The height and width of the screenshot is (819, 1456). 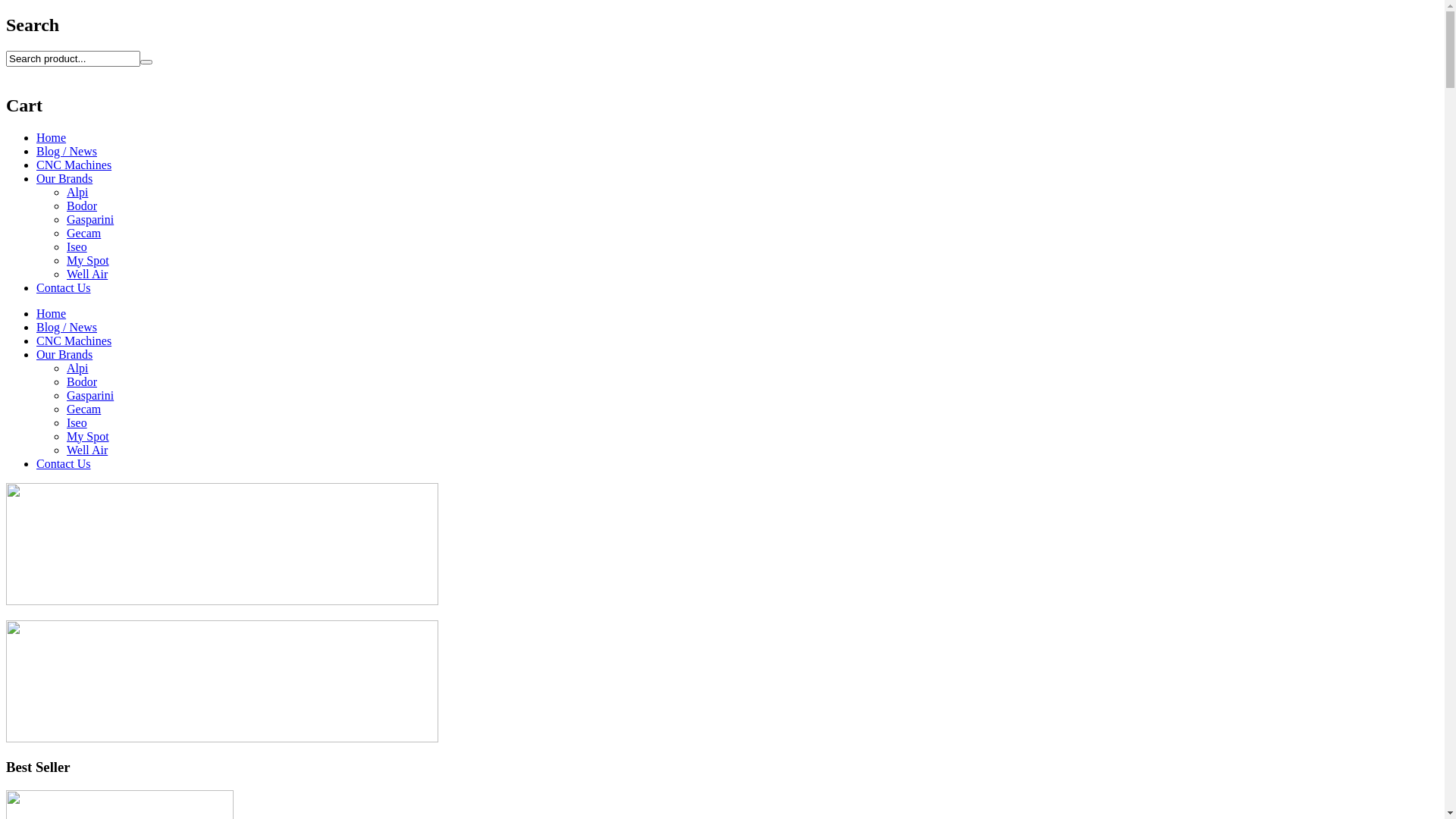 What do you see at coordinates (65, 191) in the screenshot?
I see `'Alpi'` at bounding box center [65, 191].